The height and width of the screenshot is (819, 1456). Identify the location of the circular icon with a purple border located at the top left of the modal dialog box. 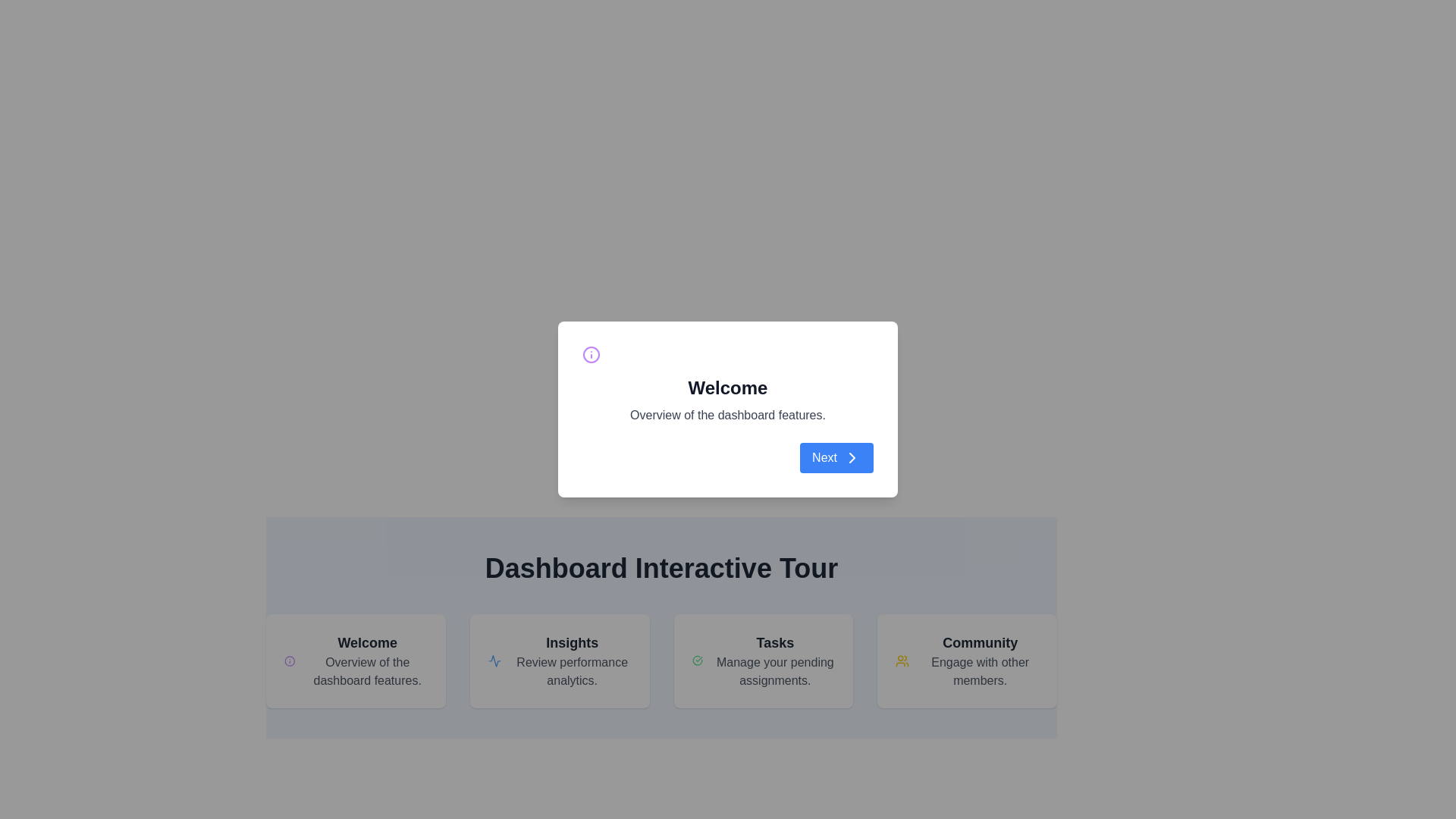
(590, 353).